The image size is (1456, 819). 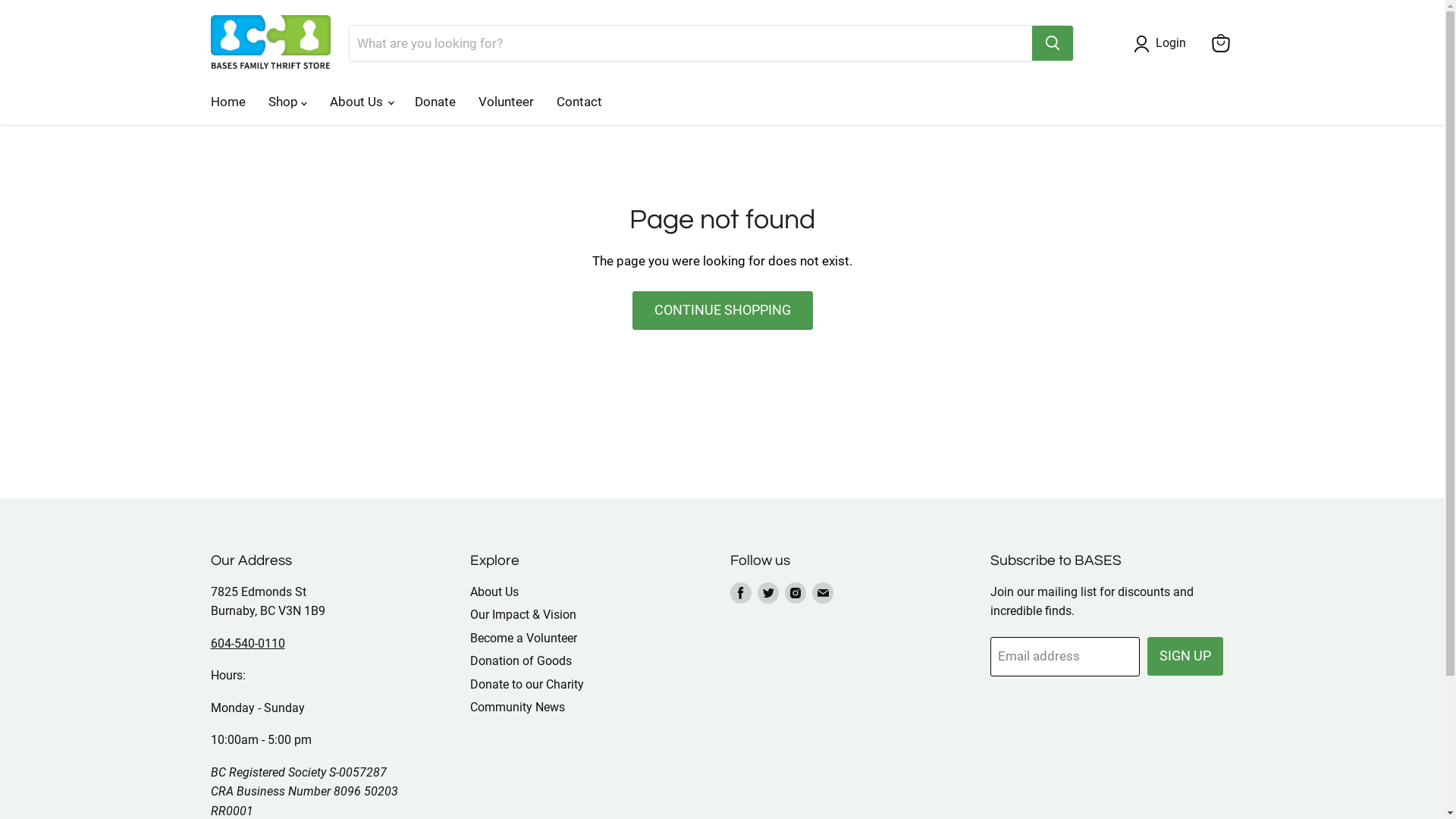 What do you see at coordinates (469, 707) in the screenshot?
I see `'Community News'` at bounding box center [469, 707].